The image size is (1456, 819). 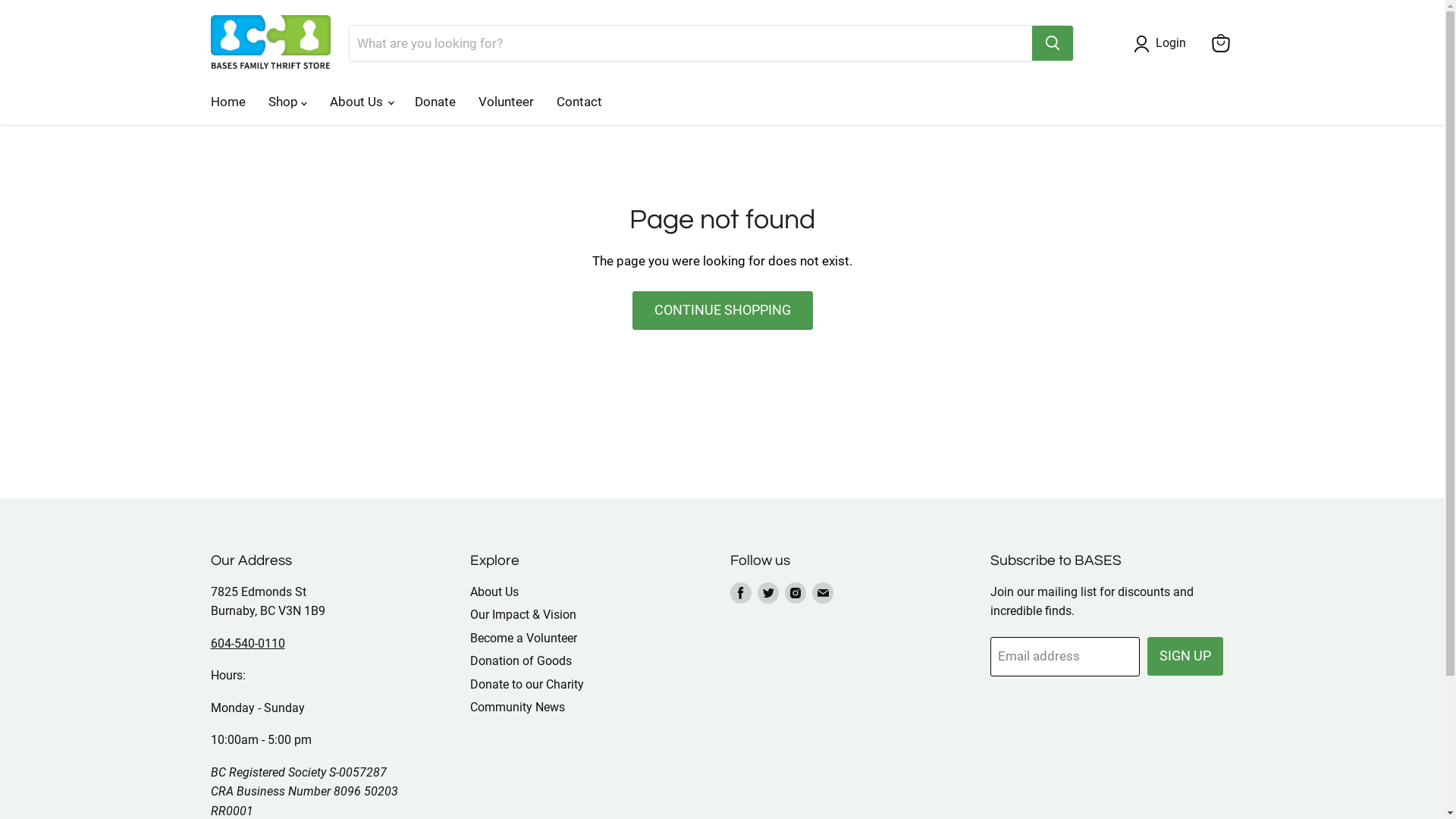 What do you see at coordinates (469, 707) in the screenshot?
I see `'Community News'` at bounding box center [469, 707].